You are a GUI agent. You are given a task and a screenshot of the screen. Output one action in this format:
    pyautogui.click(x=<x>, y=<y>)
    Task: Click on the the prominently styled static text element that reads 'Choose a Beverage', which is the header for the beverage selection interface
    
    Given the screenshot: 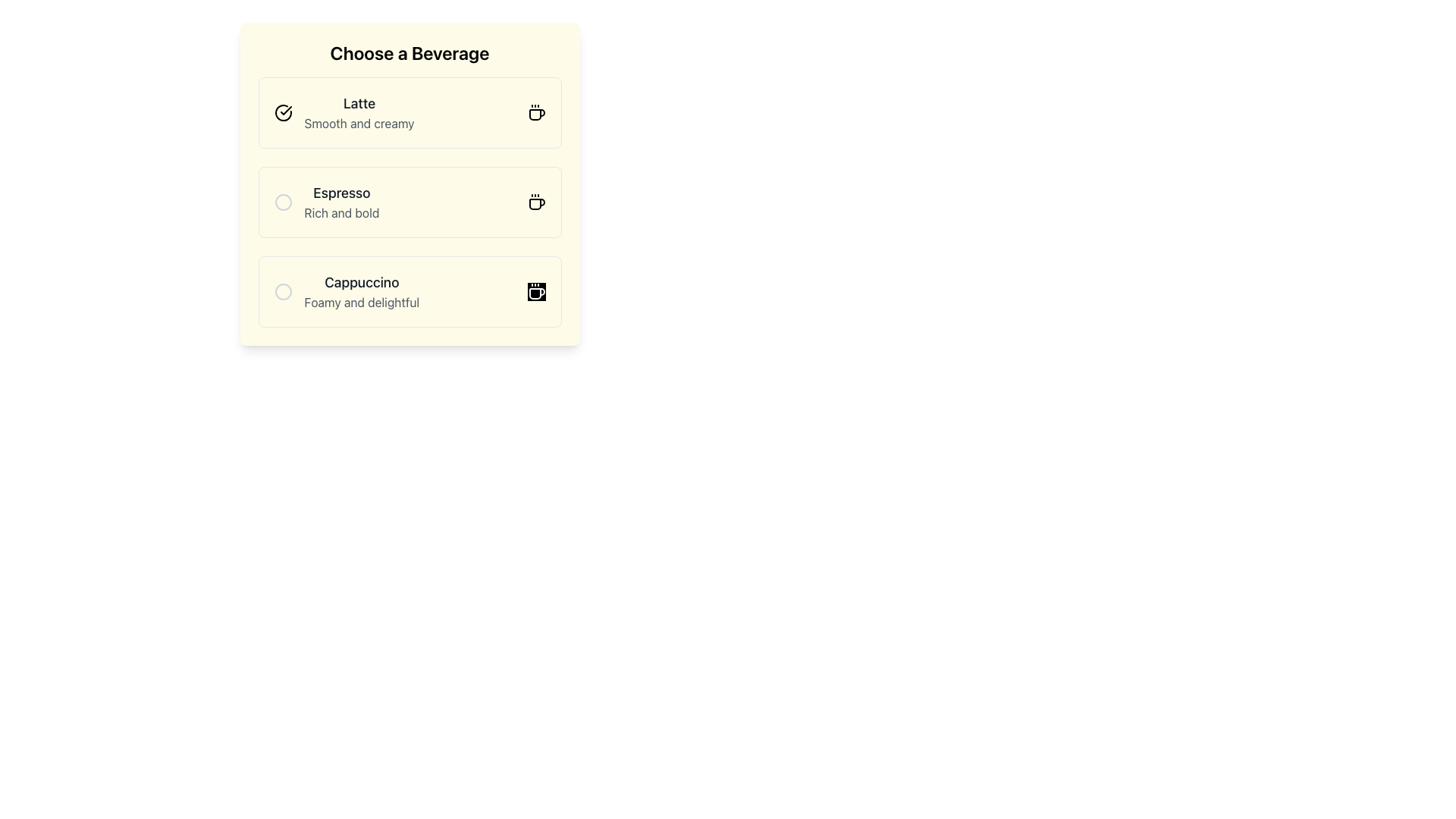 What is the action you would take?
    pyautogui.click(x=409, y=52)
    